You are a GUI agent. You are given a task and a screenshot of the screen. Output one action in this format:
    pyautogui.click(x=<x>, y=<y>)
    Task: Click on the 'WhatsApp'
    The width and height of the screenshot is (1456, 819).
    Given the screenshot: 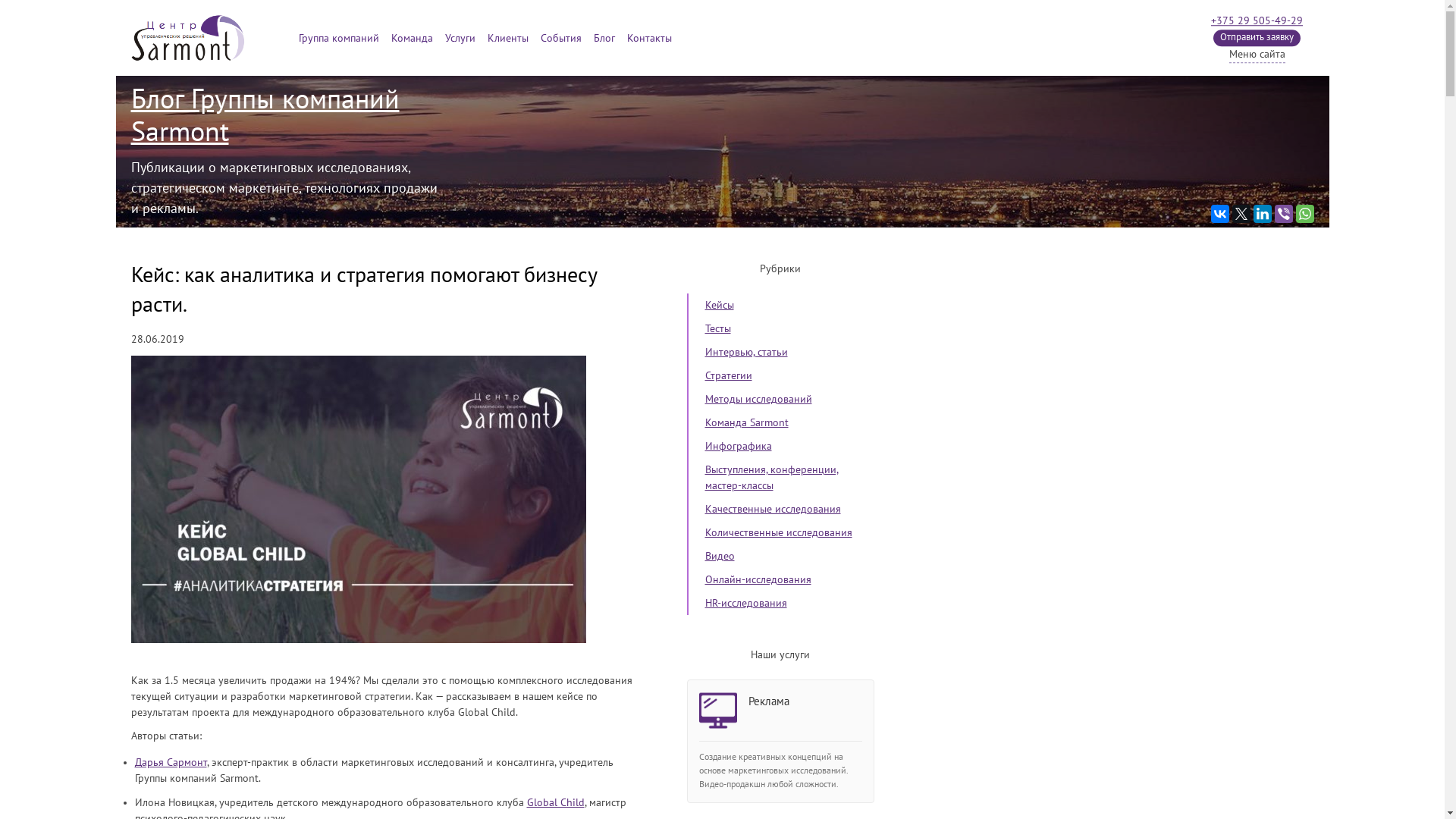 What is the action you would take?
    pyautogui.click(x=1303, y=213)
    